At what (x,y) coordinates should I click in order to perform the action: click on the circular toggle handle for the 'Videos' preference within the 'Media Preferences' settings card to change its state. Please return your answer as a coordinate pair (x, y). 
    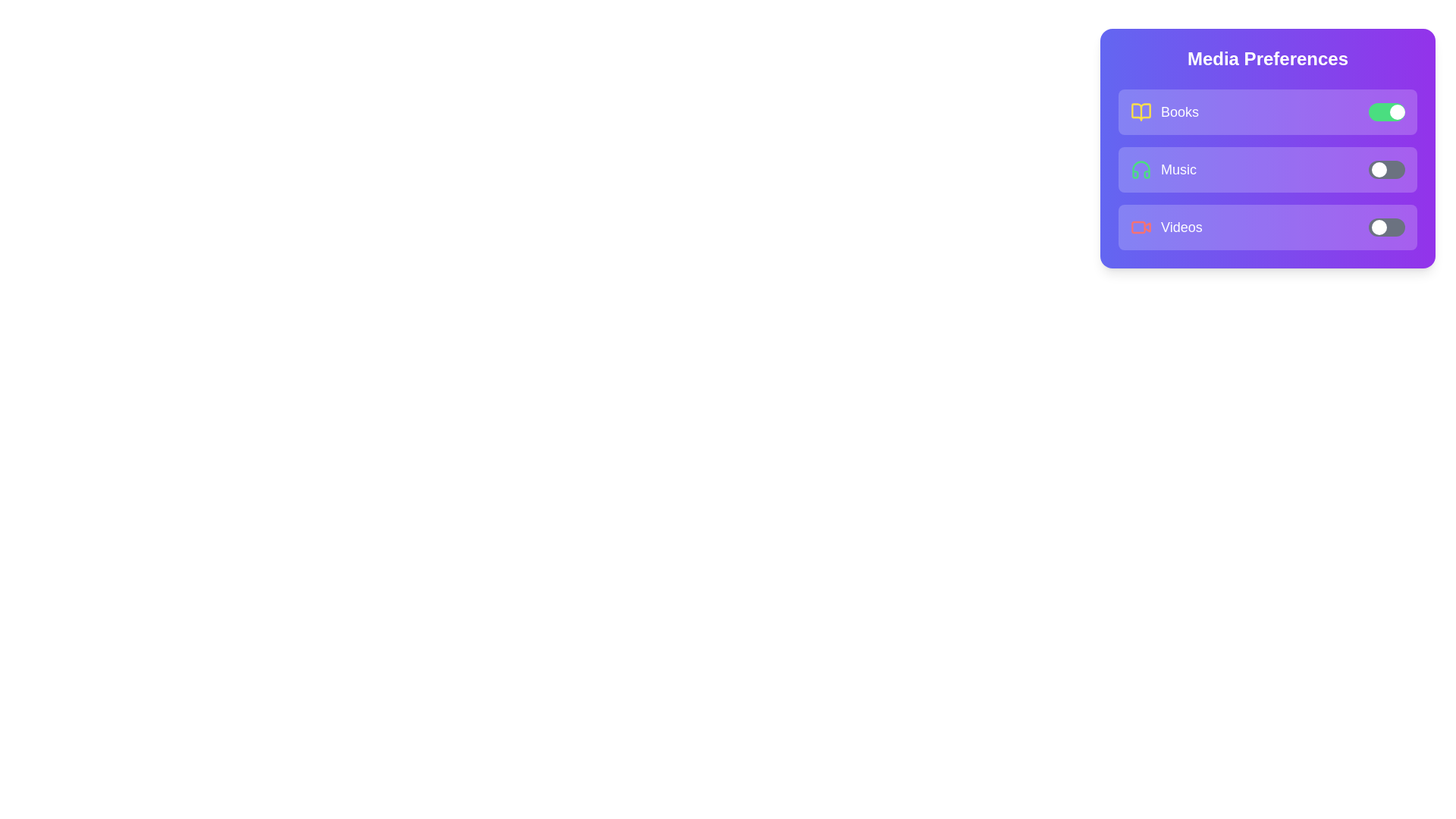
    Looking at the image, I should click on (1379, 227).